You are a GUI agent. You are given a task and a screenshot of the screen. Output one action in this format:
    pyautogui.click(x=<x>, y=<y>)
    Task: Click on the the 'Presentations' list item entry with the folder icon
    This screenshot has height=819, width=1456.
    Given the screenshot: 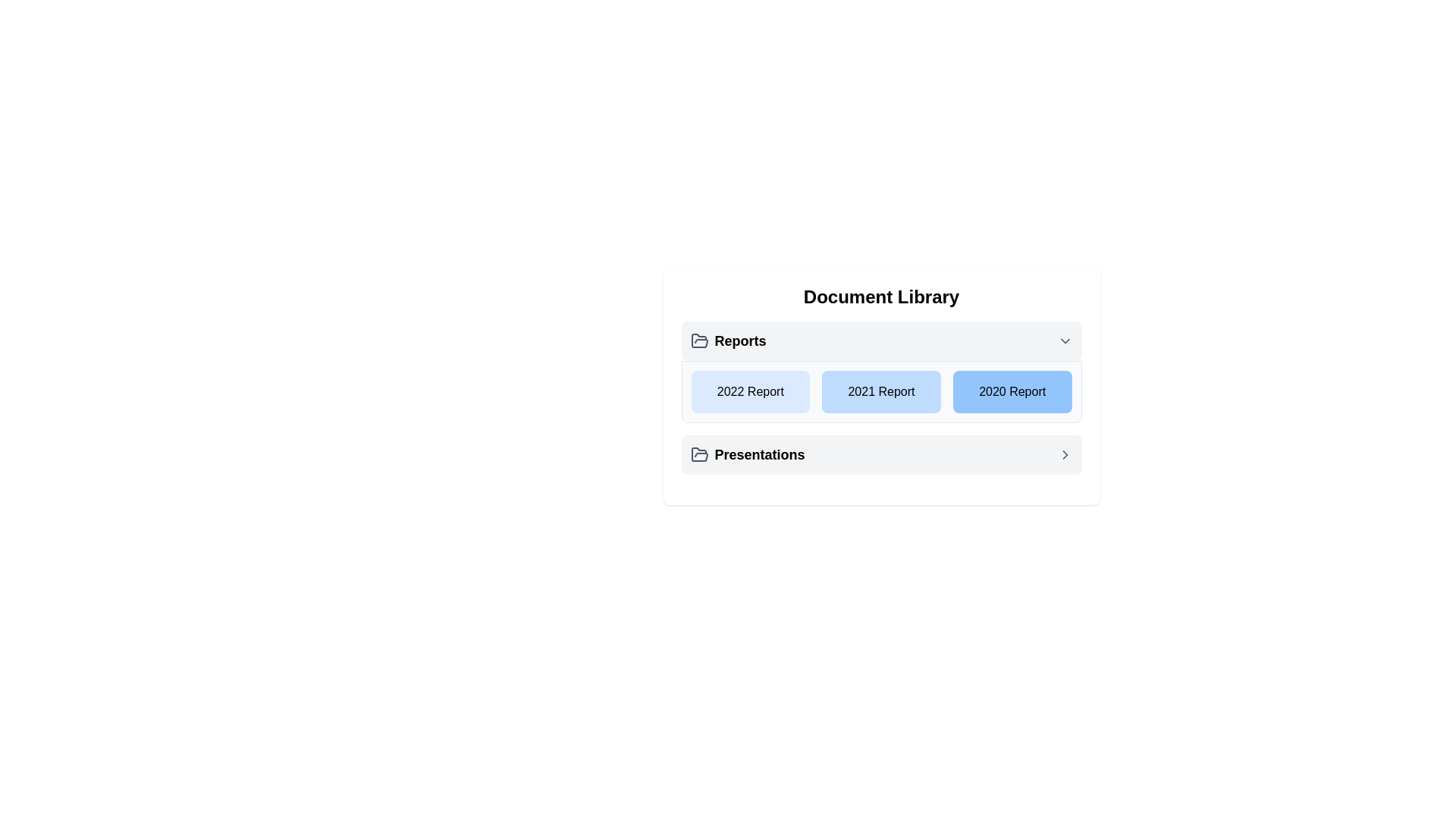 What is the action you would take?
    pyautogui.click(x=748, y=454)
    